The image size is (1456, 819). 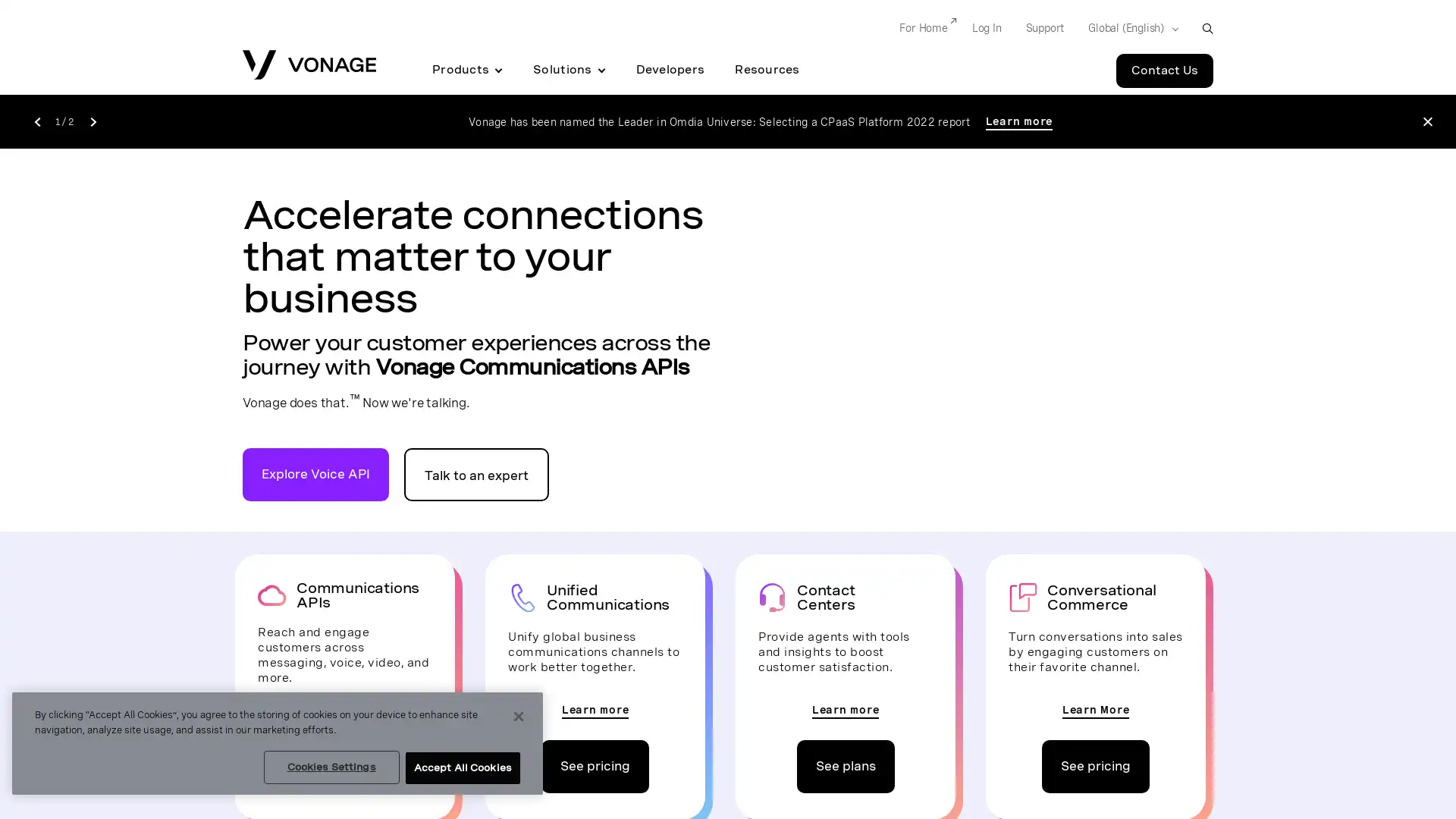 What do you see at coordinates (568, 70) in the screenshot?
I see `Solutions` at bounding box center [568, 70].